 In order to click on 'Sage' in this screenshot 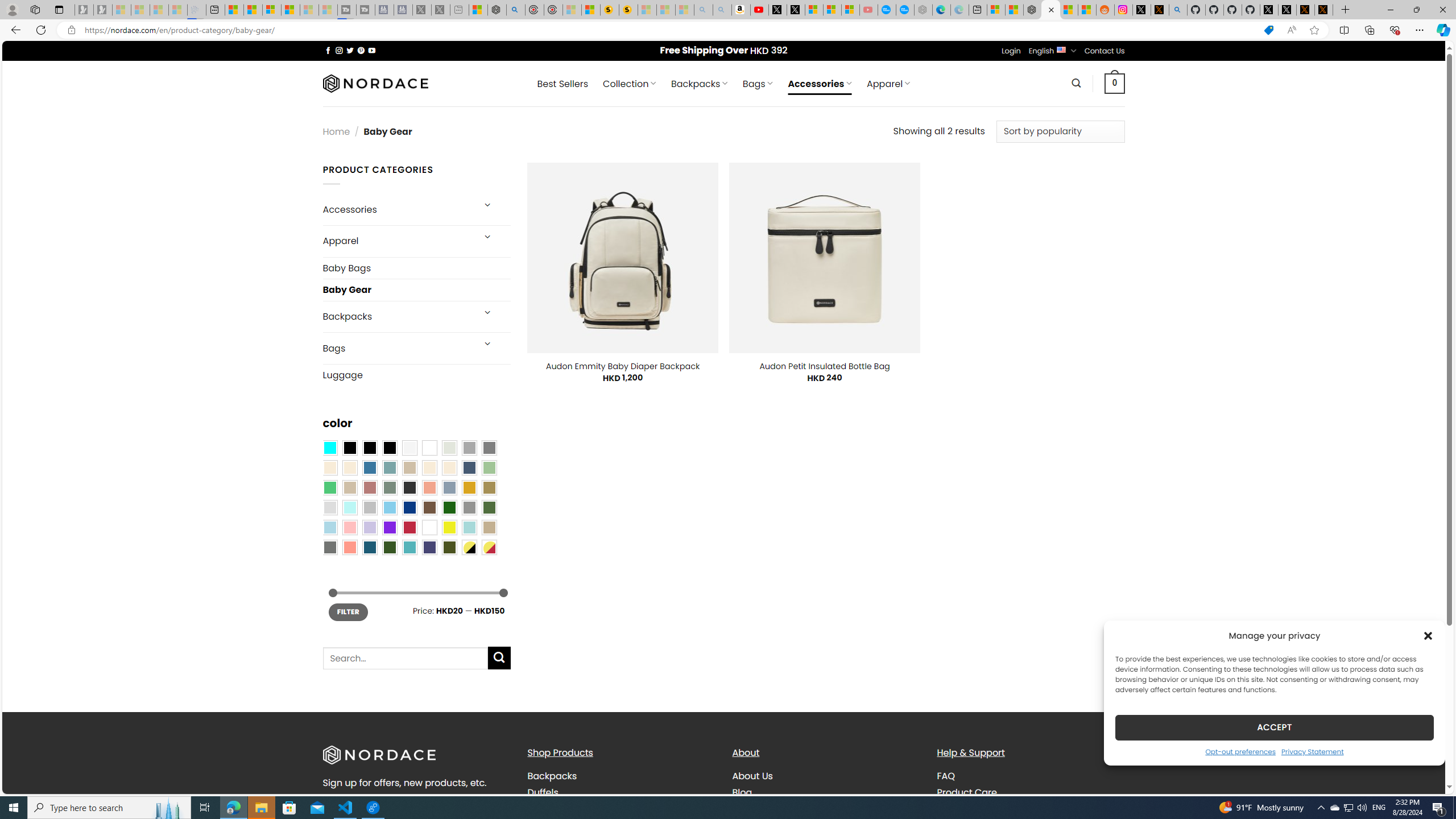, I will do `click(389, 487)`.